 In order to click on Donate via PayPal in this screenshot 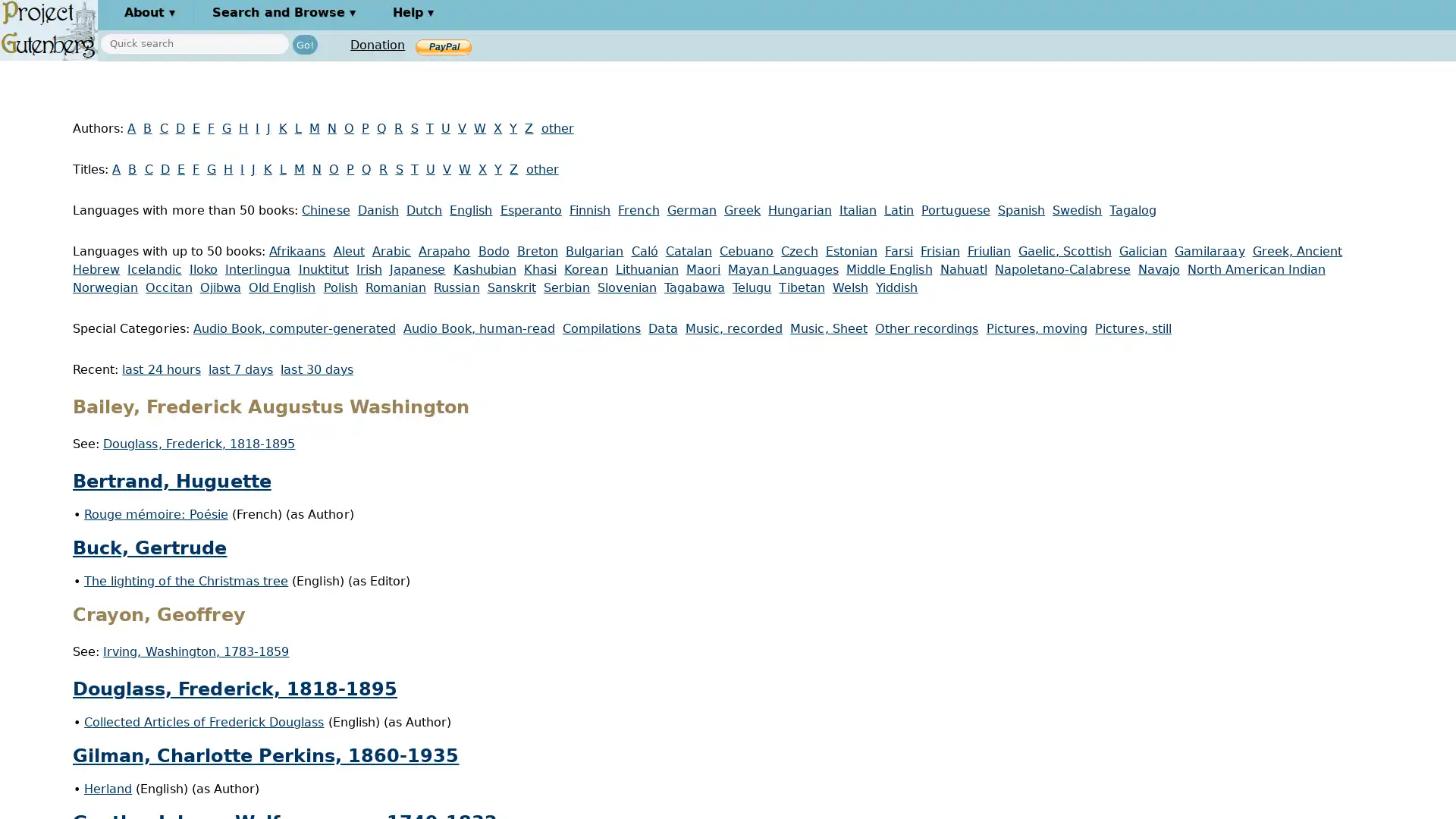, I will do `click(443, 45)`.